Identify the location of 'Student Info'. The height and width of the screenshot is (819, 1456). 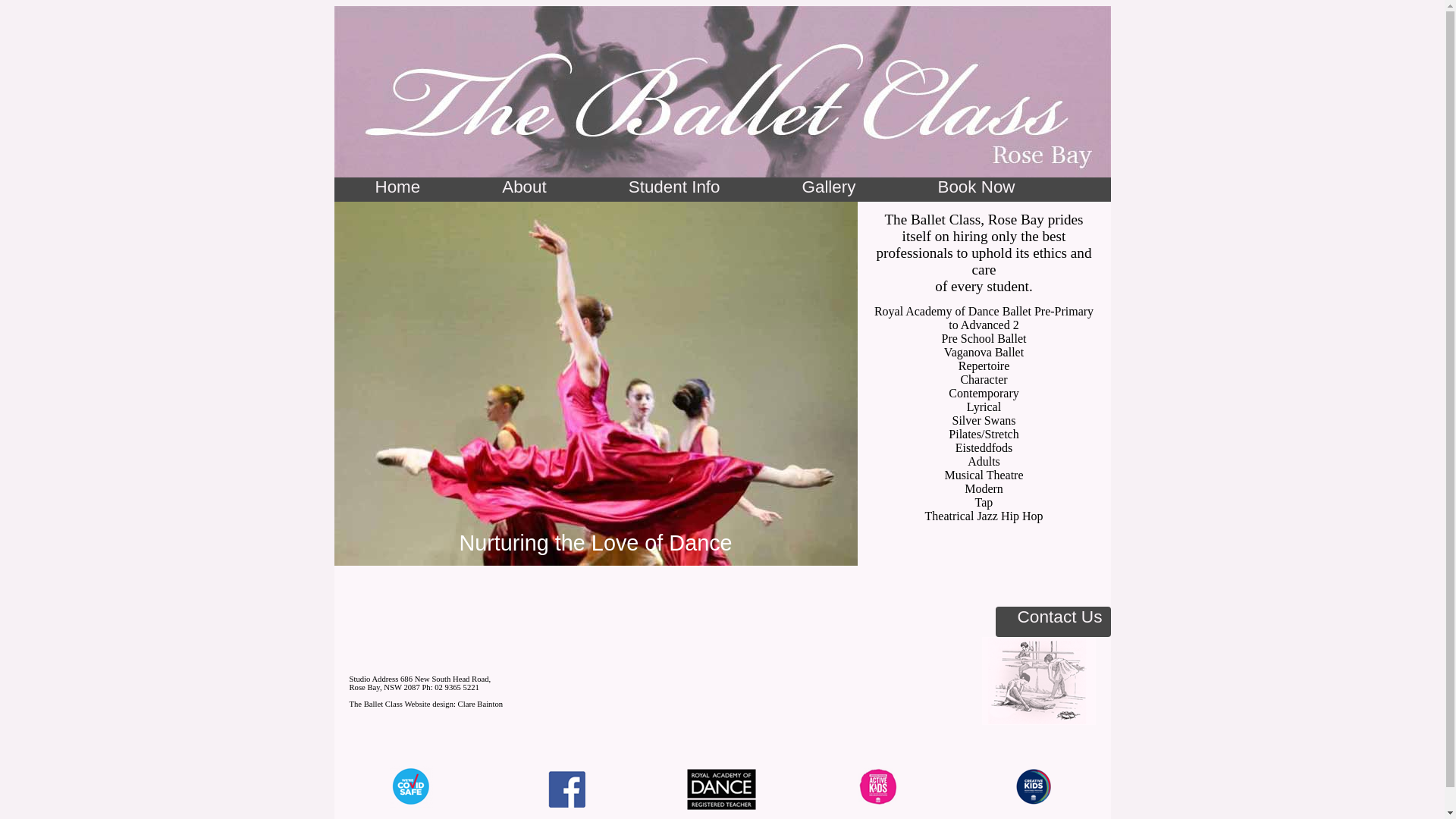
(673, 185).